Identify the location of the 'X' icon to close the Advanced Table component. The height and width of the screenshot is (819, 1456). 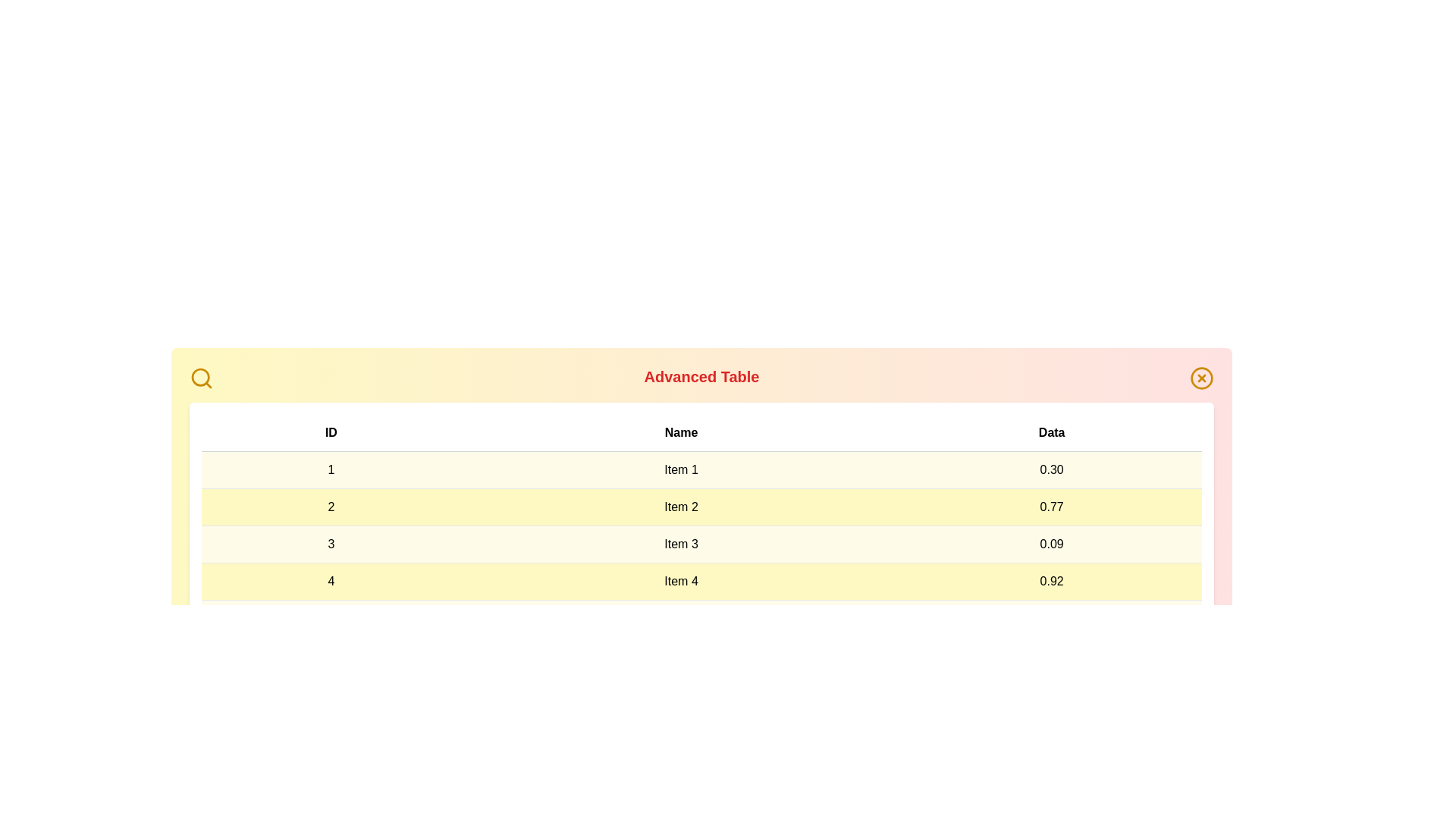
(1200, 377).